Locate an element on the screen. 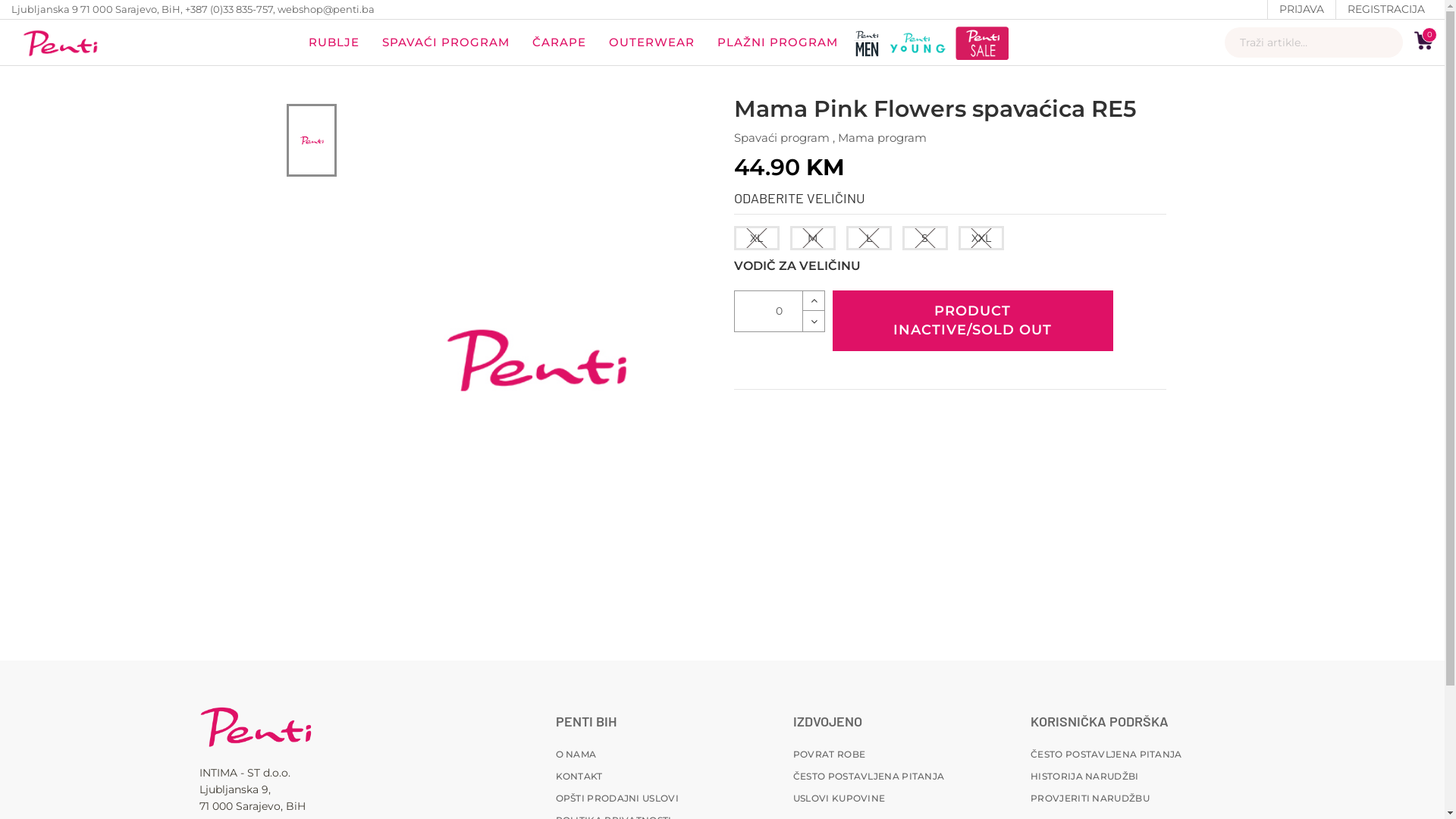 The width and height of the screenshot is (1456, 819). 'RUBLJE' is located at coordinates (333, 42).